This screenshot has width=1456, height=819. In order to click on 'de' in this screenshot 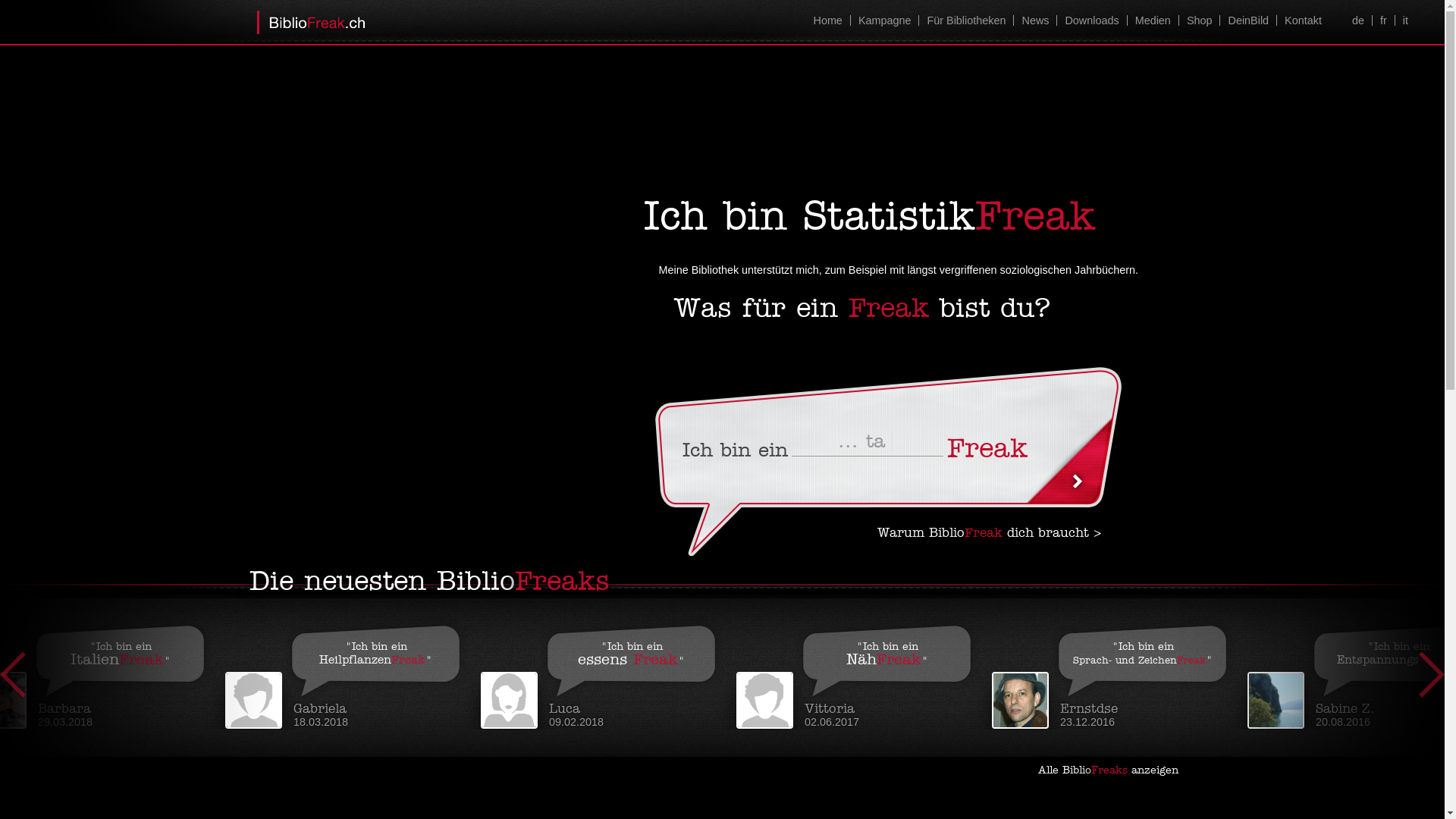, I will do `click(1357, 20)`.